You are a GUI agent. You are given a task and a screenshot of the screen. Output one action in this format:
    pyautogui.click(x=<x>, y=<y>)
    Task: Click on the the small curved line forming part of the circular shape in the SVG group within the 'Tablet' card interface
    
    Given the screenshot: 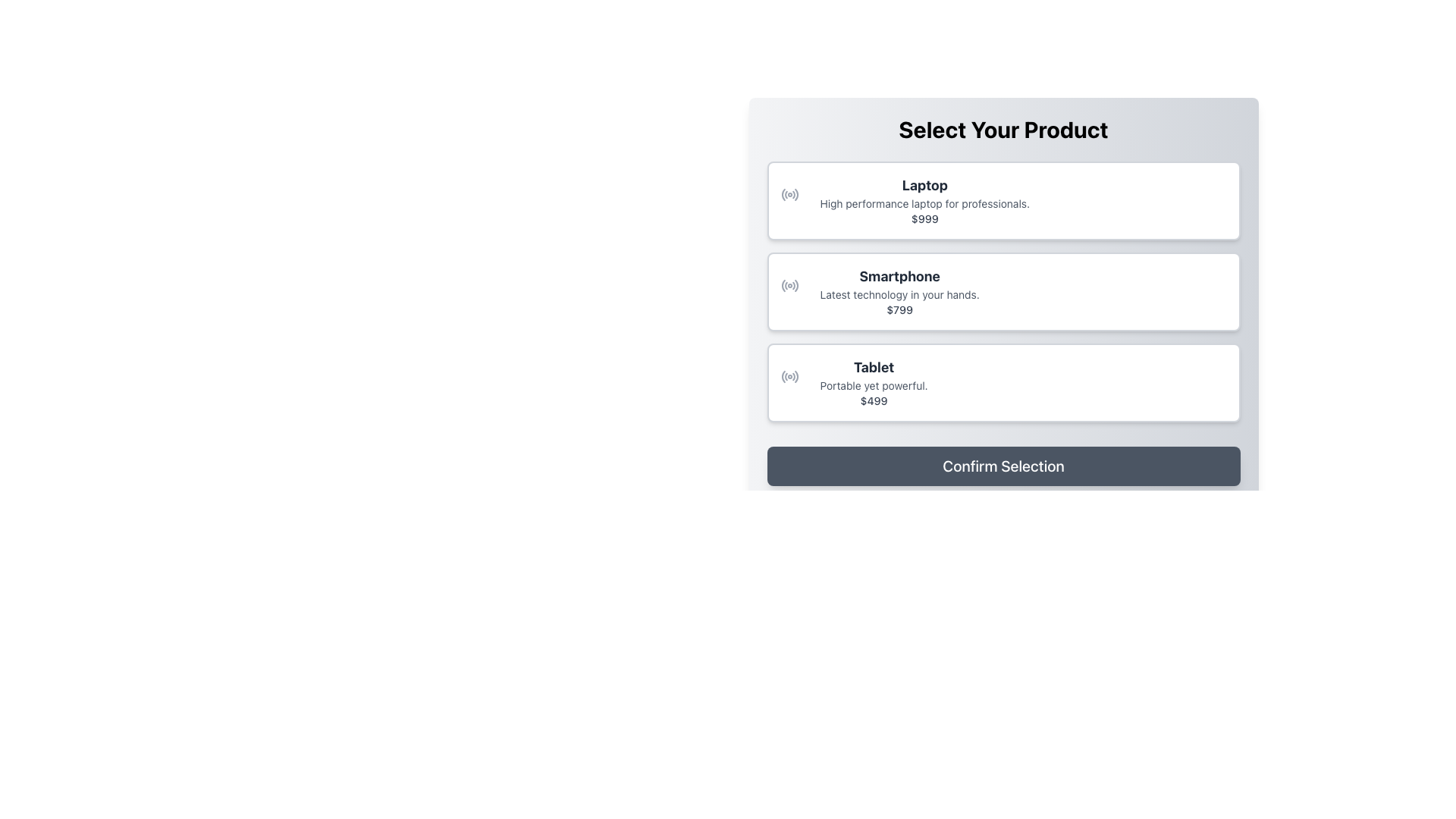 What is the action you would take?
    pyautogui.click(x=783, y=376)
    